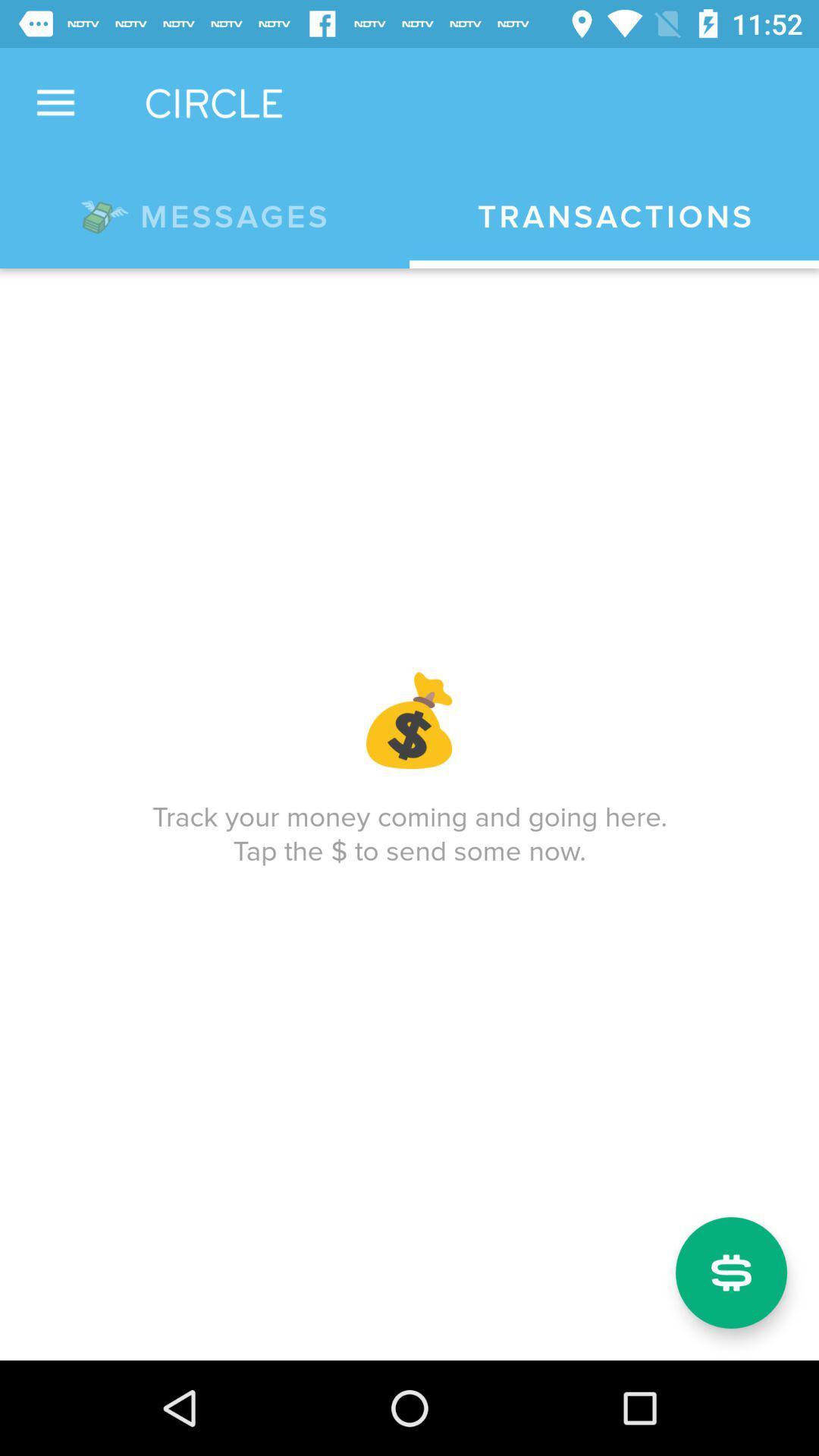 The image size is (819, 1456). I want to click on the icon at the top right corner, so click(614, 216).